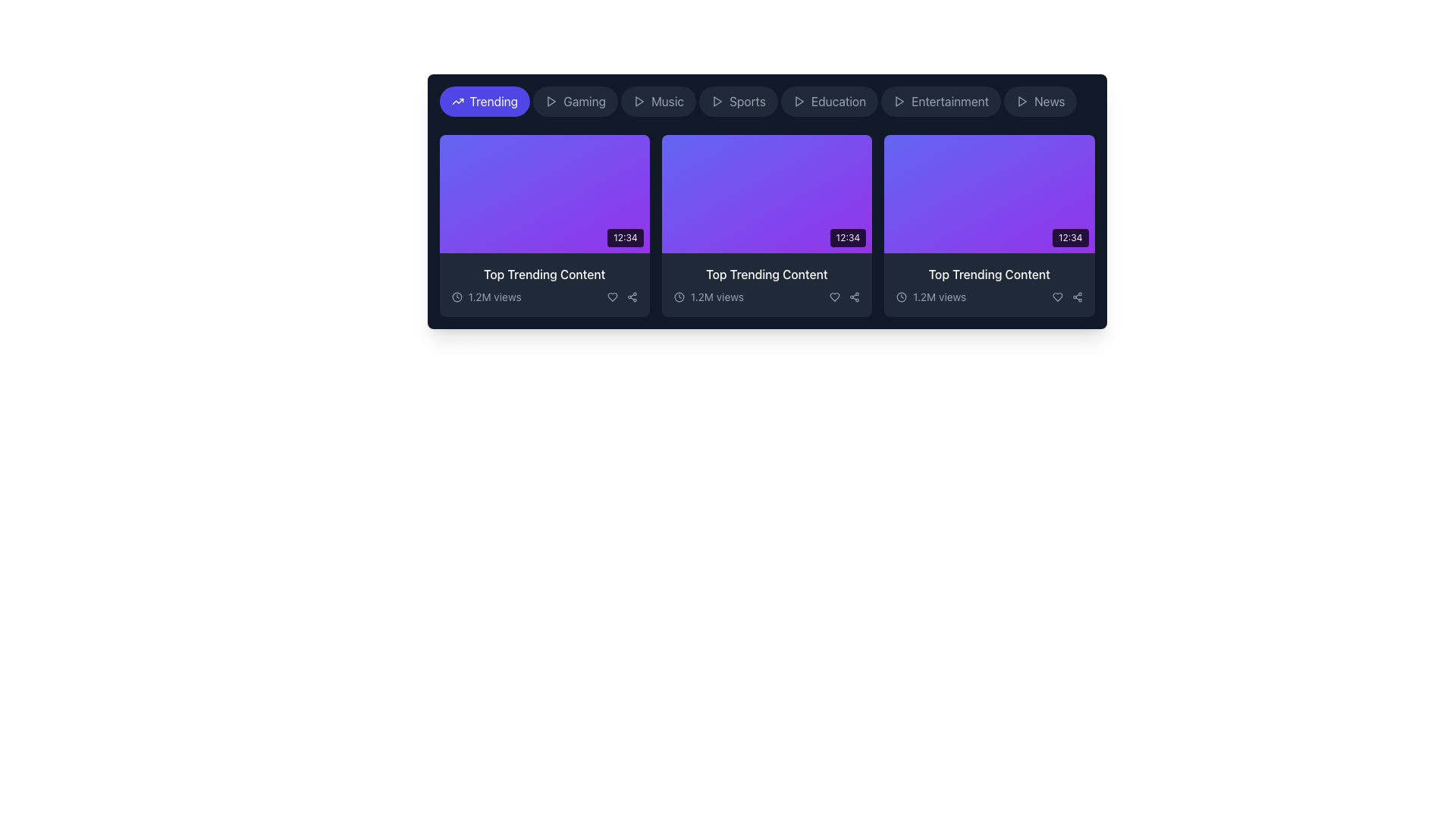  What do you see at coordinates (989, 225) in the screenshot?
I see `the third card in the grid layout of 'Top Trending Content'` at bounding box center [989, 225].